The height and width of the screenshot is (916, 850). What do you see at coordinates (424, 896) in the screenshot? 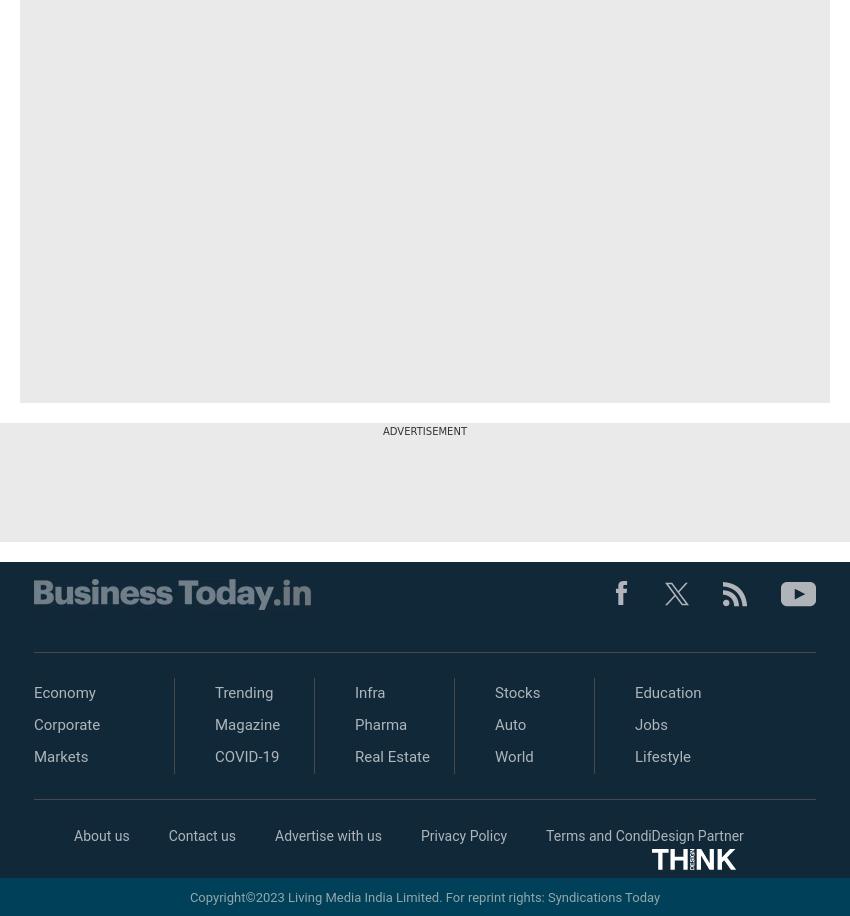
I see `'Copyright©2023 Living Media India Limited. For reprint rights: Syndications Today'` at bounding box center [424, 896].